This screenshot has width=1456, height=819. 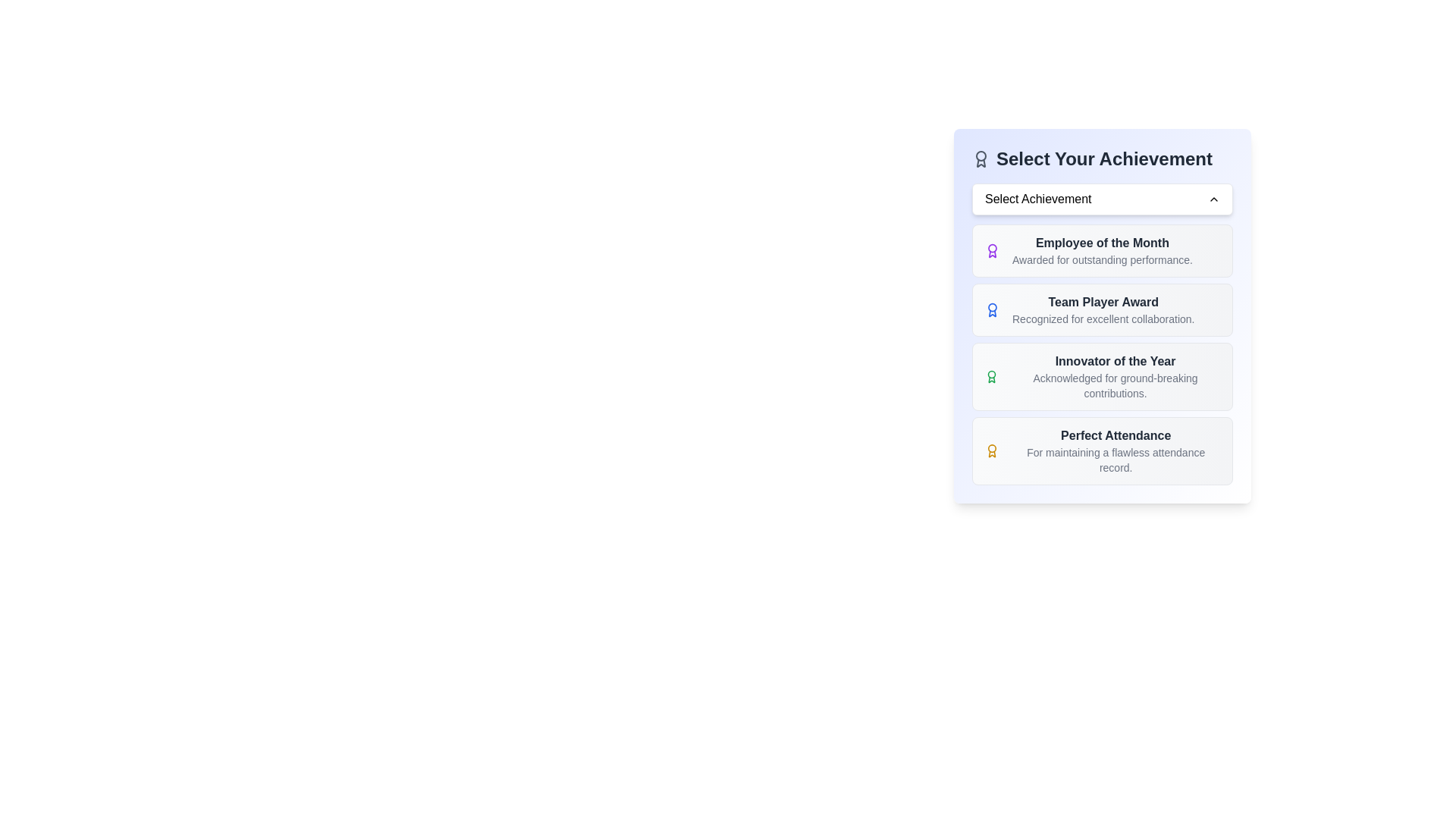 What do you see at coordinates (1103, 309) in the screenshot?
I see `text of the 'Team Player Award' element, which is the second option in the list under 'Select Your Achievement'` at bounding box center [1103, 309].